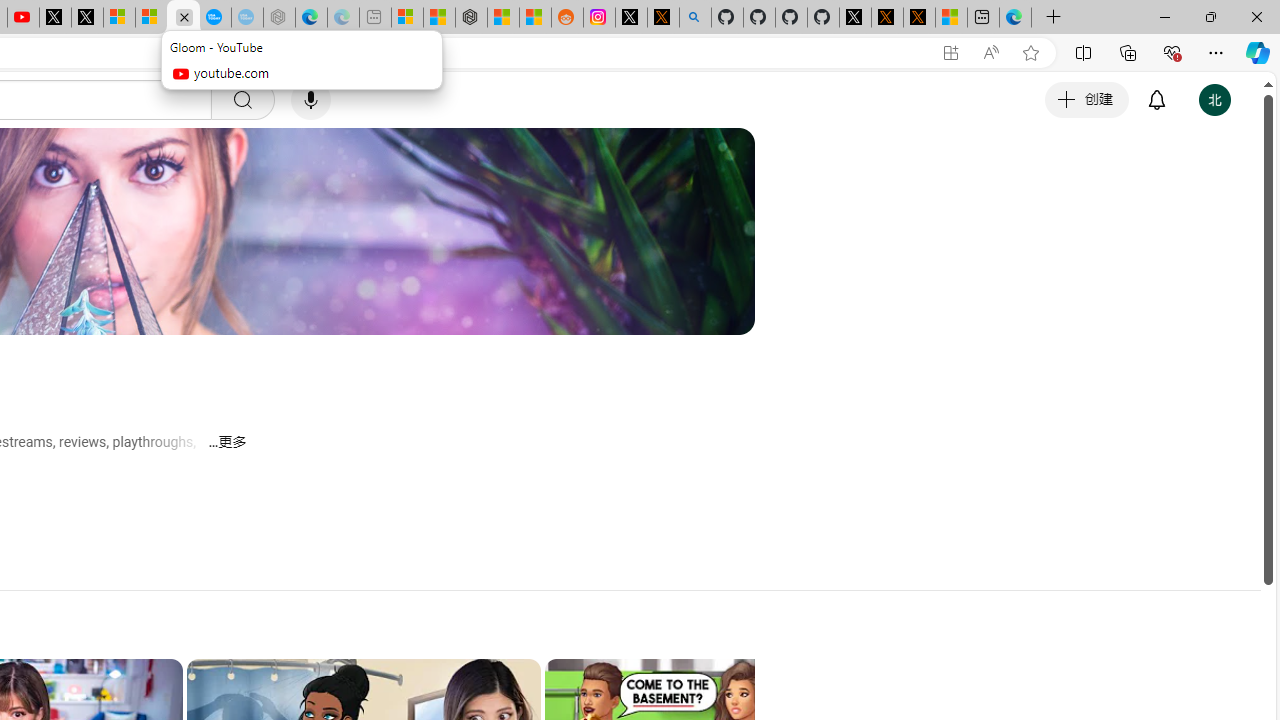 Image resolution: width=1280 pixels, height=720 pixels. I want to click on 'Restore', so click(1209, 16).